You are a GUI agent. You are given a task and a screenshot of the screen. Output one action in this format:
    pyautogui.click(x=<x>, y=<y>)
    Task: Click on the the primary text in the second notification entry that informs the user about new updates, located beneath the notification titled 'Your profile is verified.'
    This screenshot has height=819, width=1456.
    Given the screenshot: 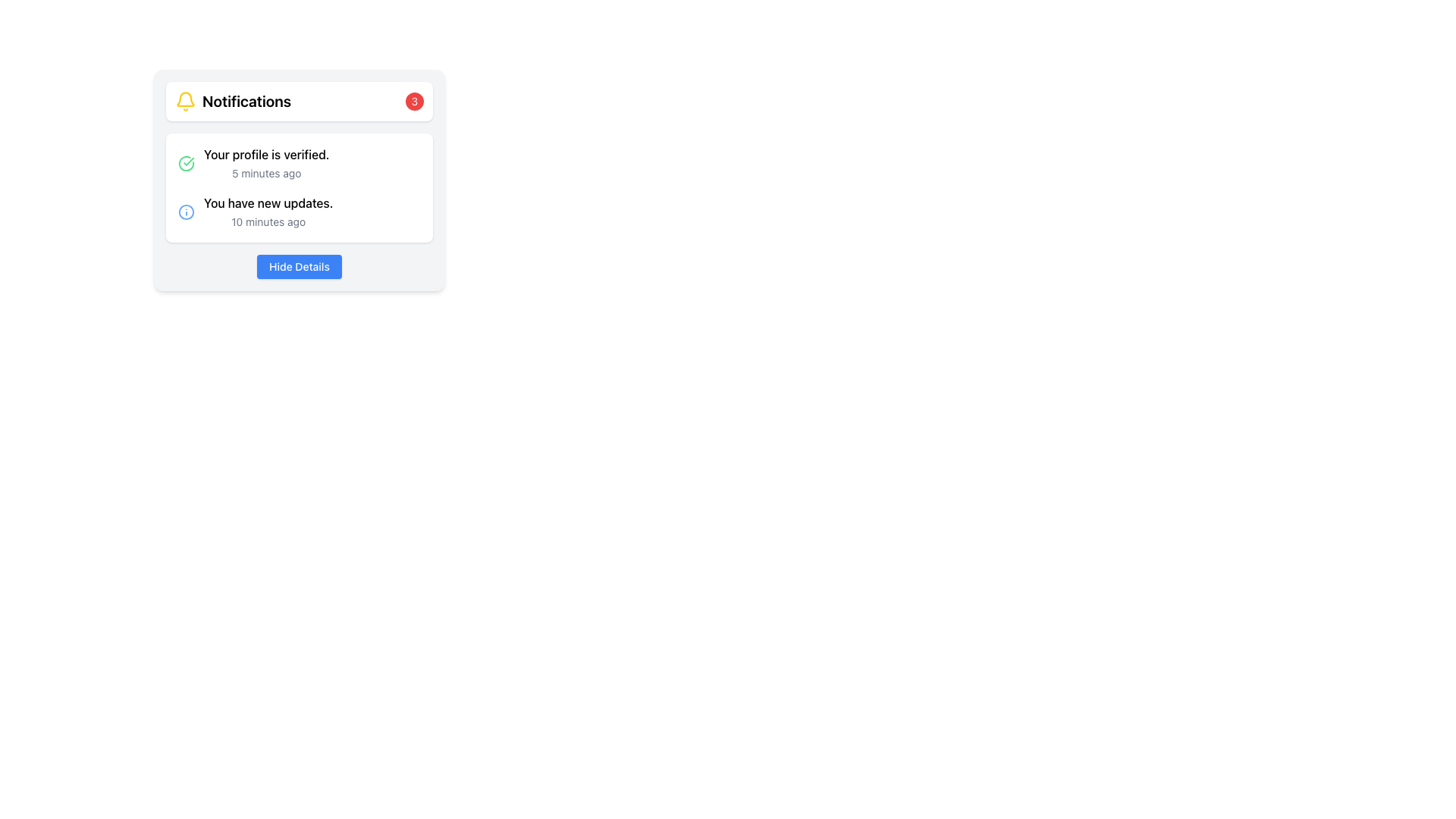 What is the action you would take?
    pyautogui.click(x=268, y=202)
    